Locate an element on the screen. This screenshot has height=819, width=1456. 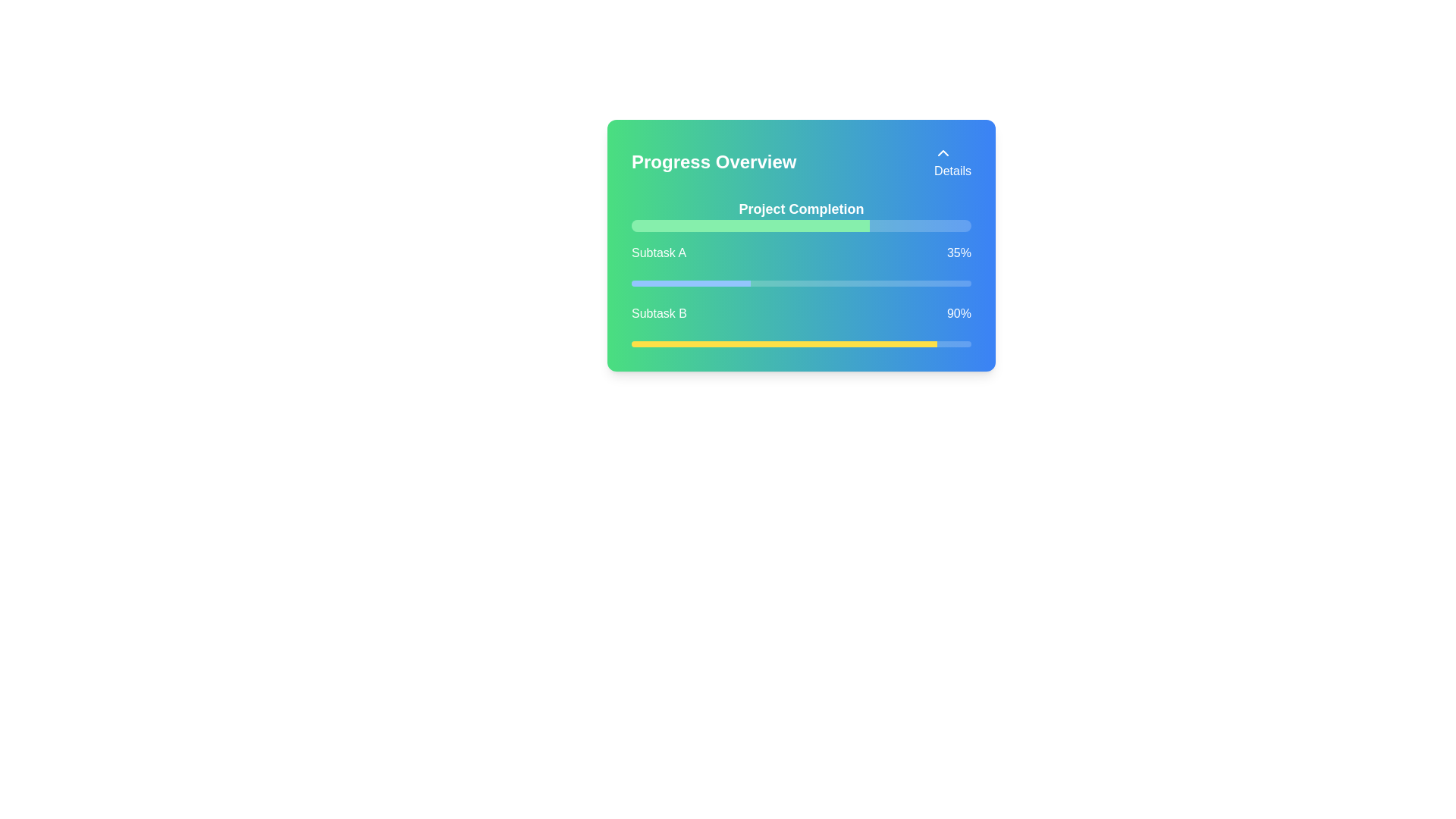
the 'Project Completion' label, which is displayed in bold white font on a gradient background, located at the top-center of a progress overview card is located at coordinates (800, 209).